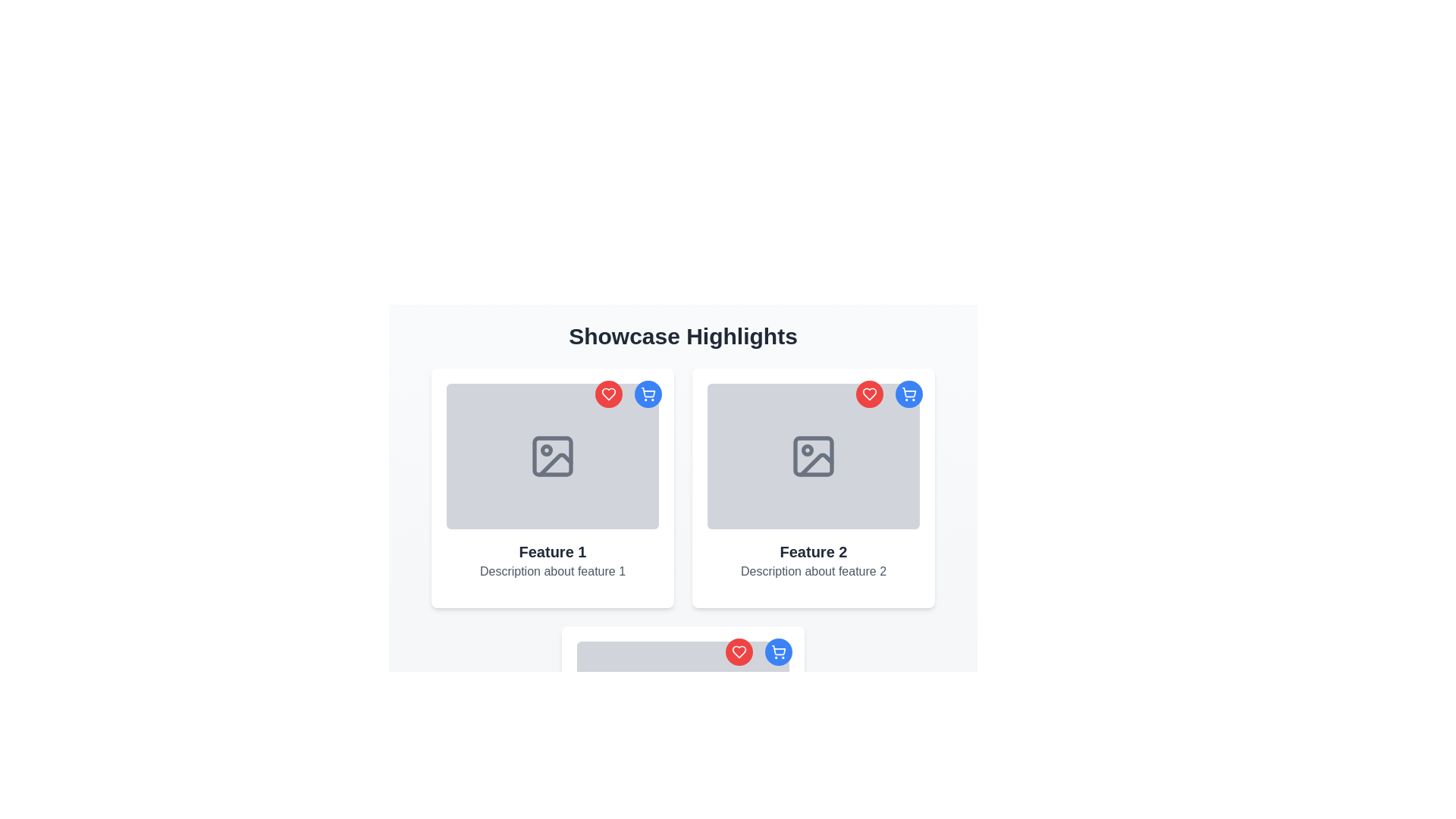 This screenshot has width=1456, height=819. I want to click on the circular blue button with a shopping cart icon located in the top-right corner of the 'Feature 1' showcase card to observe its hover effect, so click(648, 394).